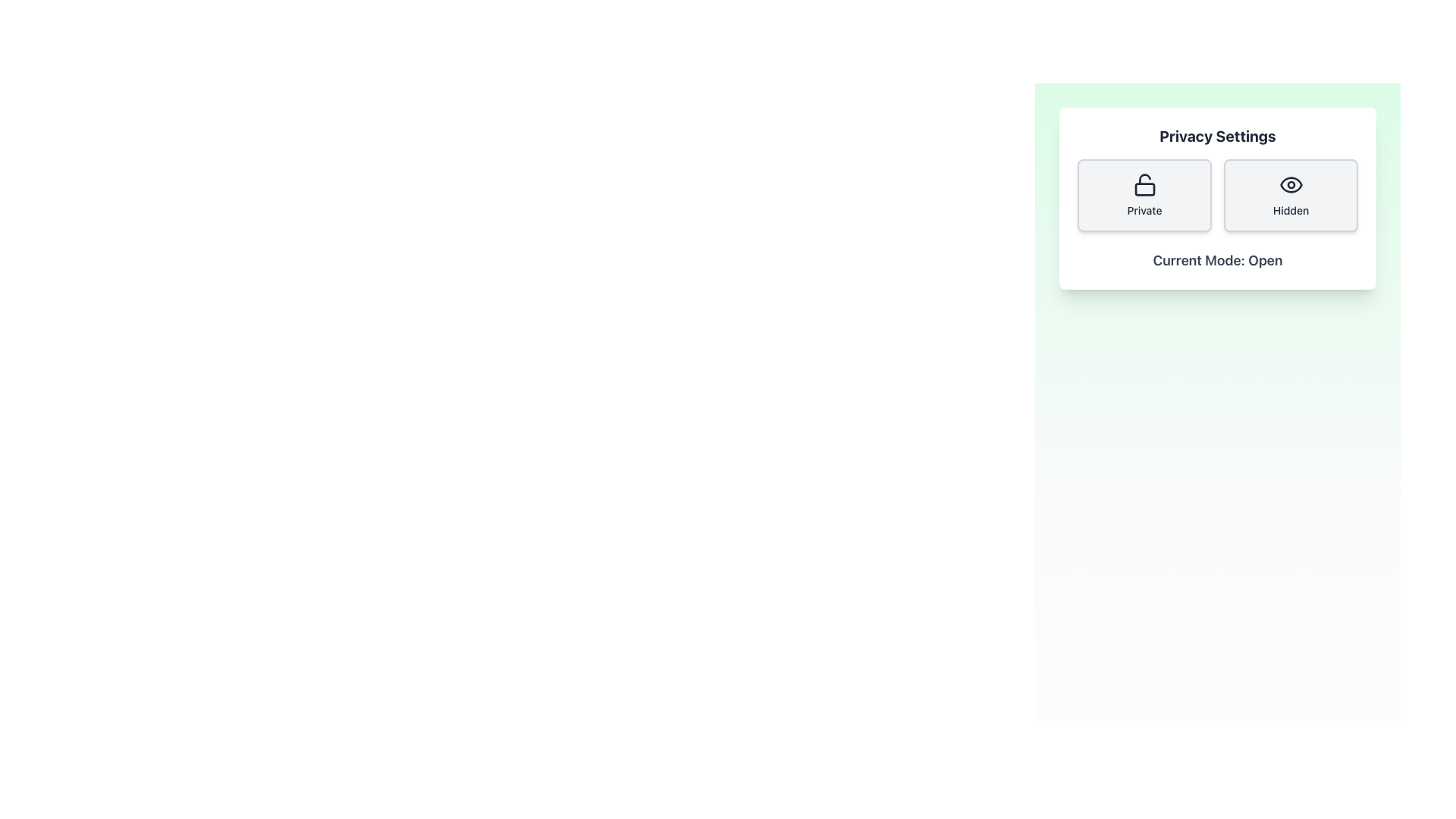  I want to click on the 'Private' text label, which is styled in a small font size and medium weight, located below the lock icon in the privacy settings component, so click(1144, 210).